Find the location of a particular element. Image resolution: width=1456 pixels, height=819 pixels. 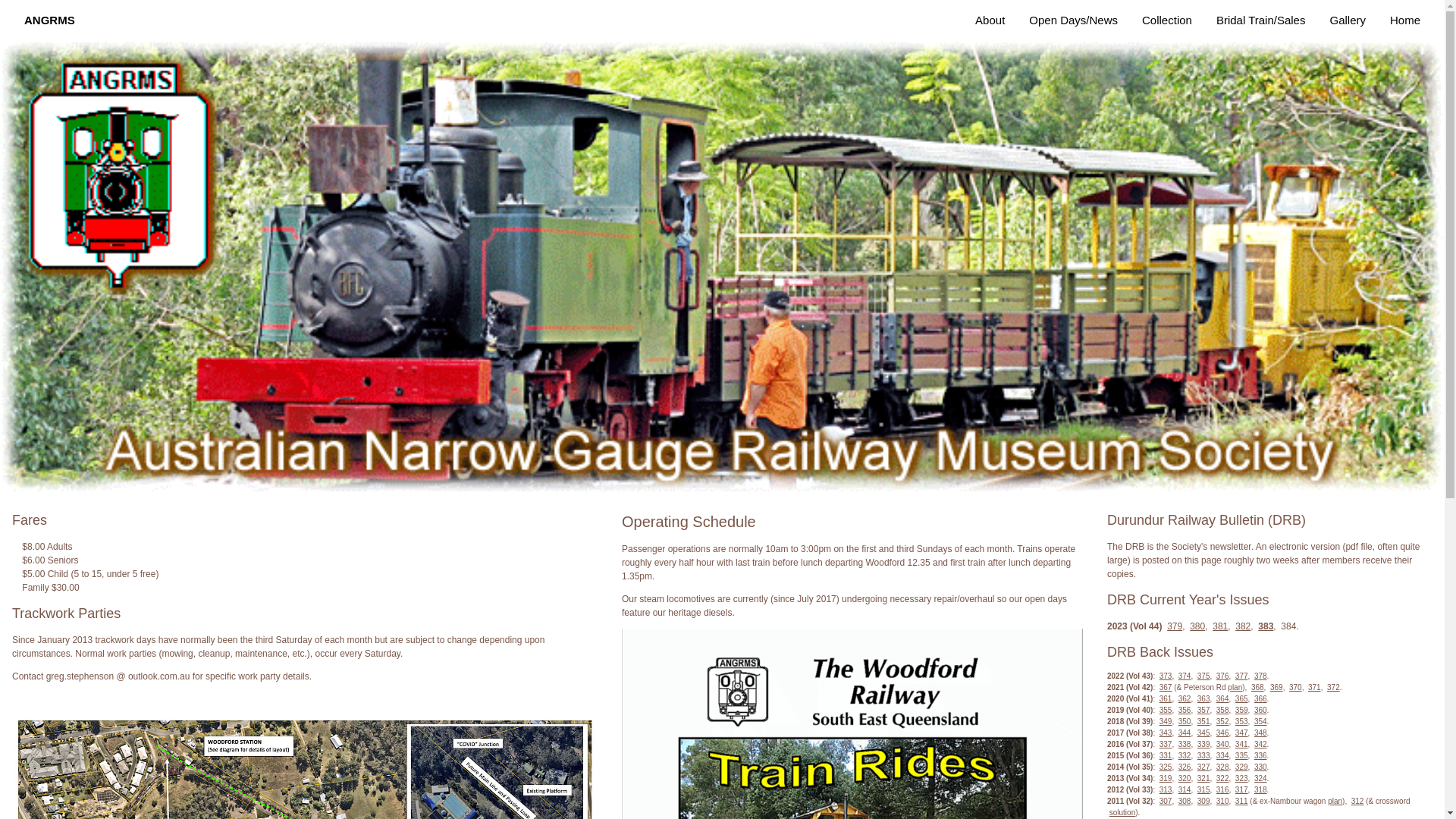

'366' is located at coordinates (1260, 698).